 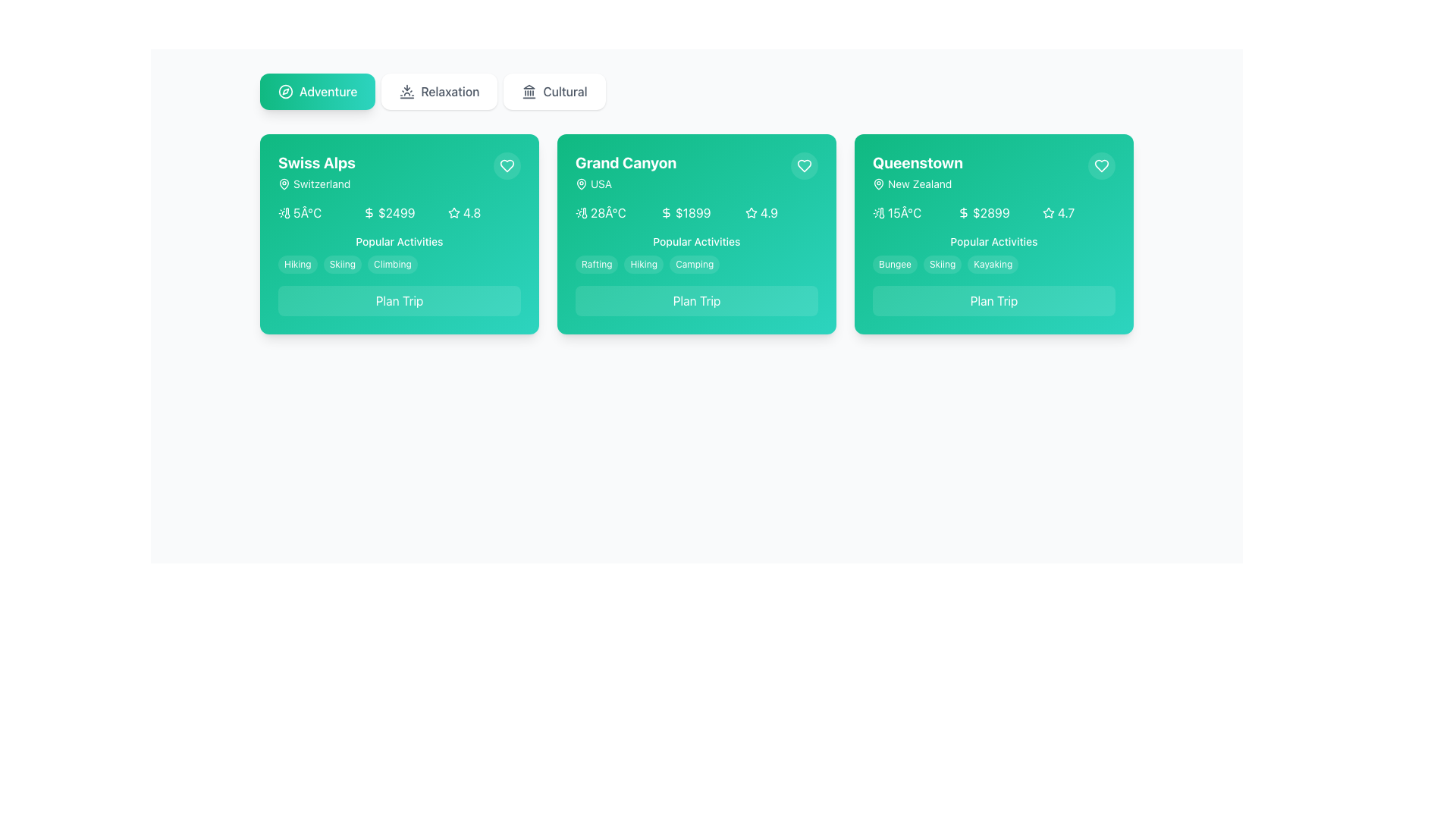 What do you see at coordinates (993, 213) in the screenshot?
I see `the Informational Panel displaying temperature, price, and rating, located centrally within the 'Queenstown' card` at bounding box center [993, 213].